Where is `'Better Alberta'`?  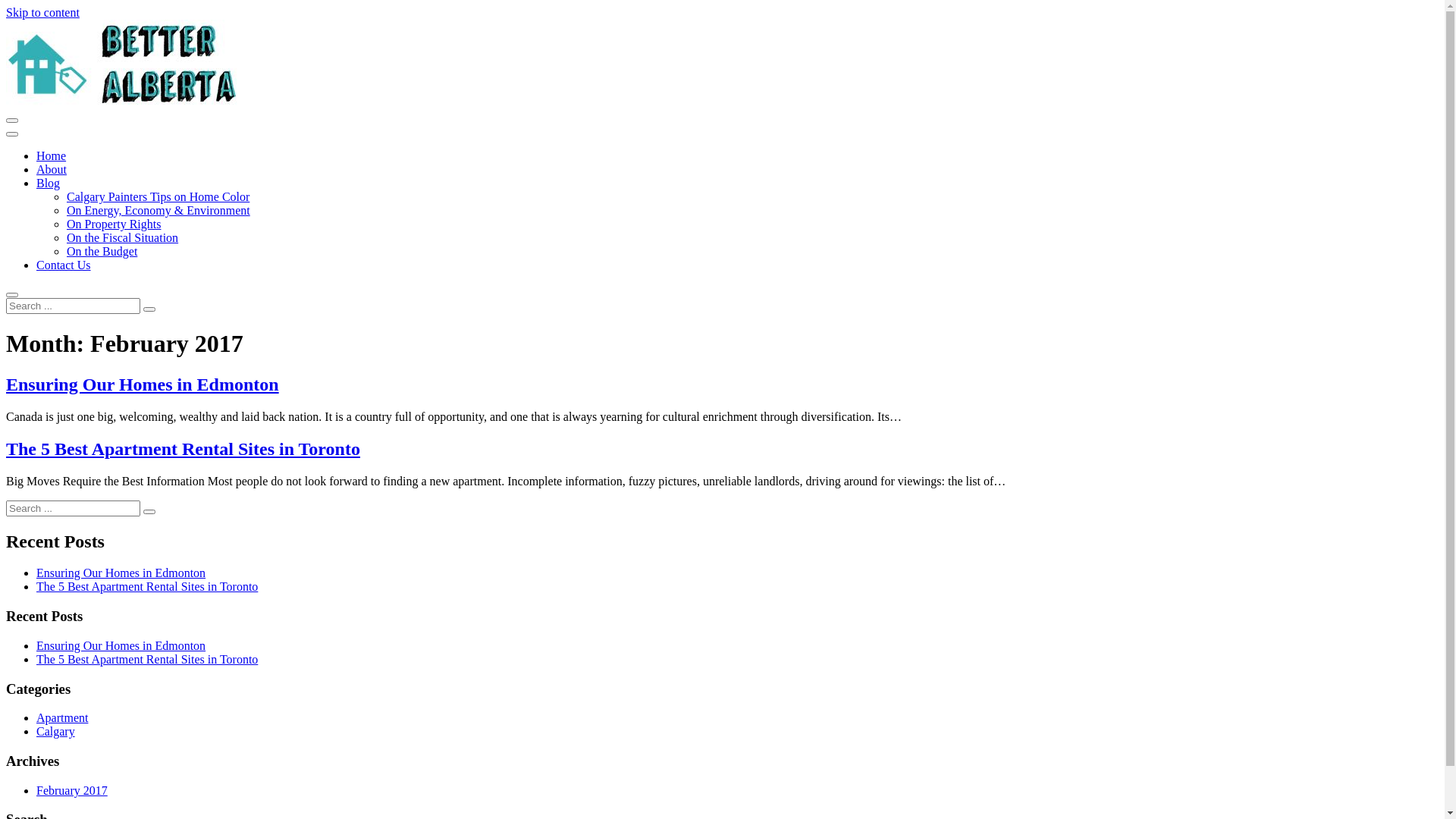
'Better Alberta' is located at coordinates (123, 102).